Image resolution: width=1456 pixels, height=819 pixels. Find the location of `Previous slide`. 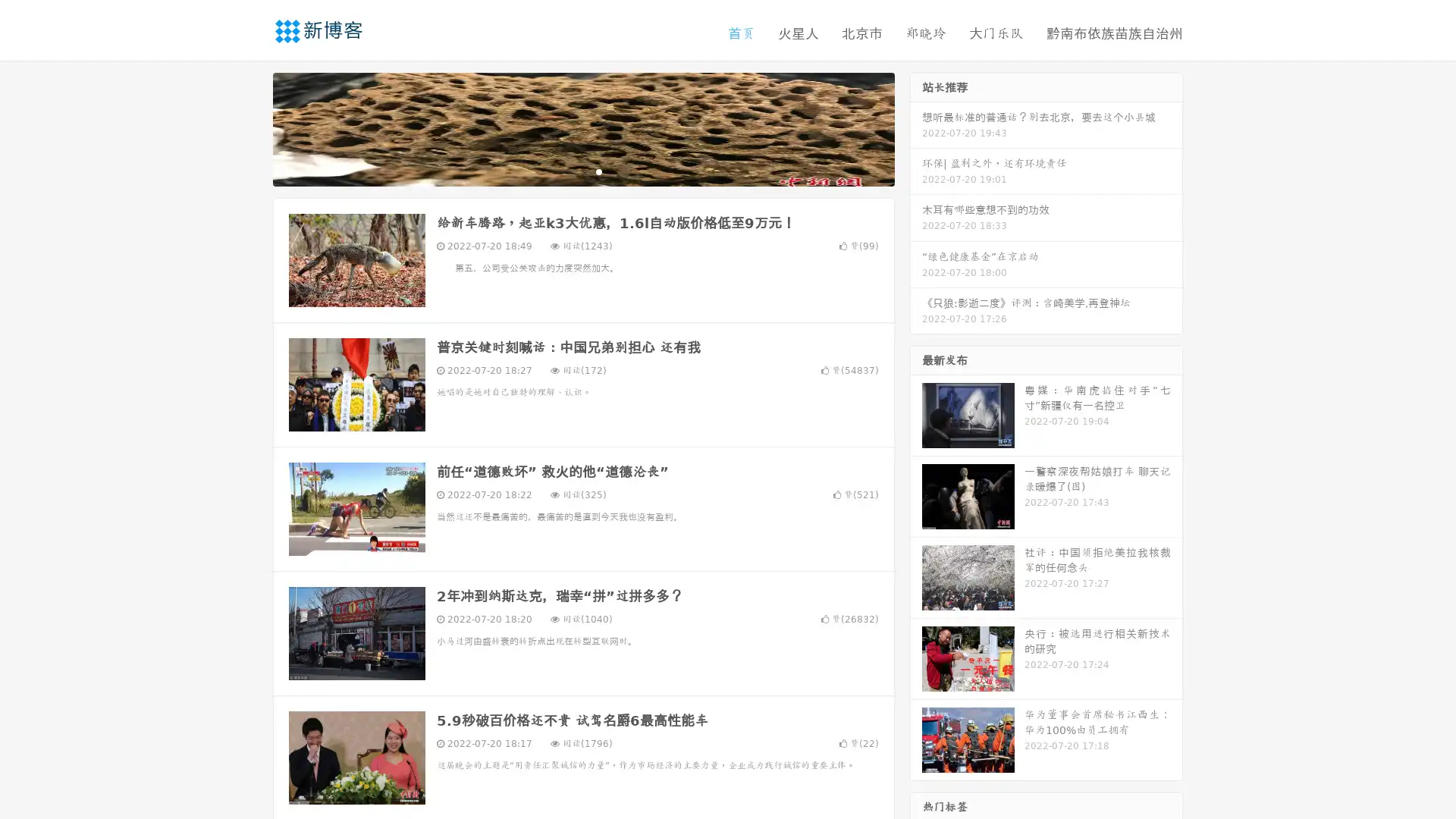

Previous slide is located at coordinates (250, 127).